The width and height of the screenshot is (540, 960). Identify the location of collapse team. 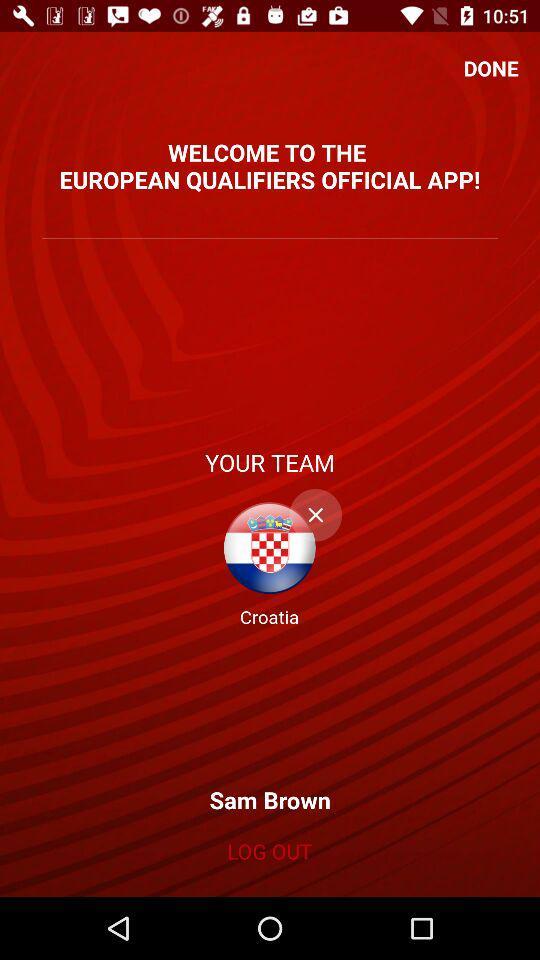
(315, 514).